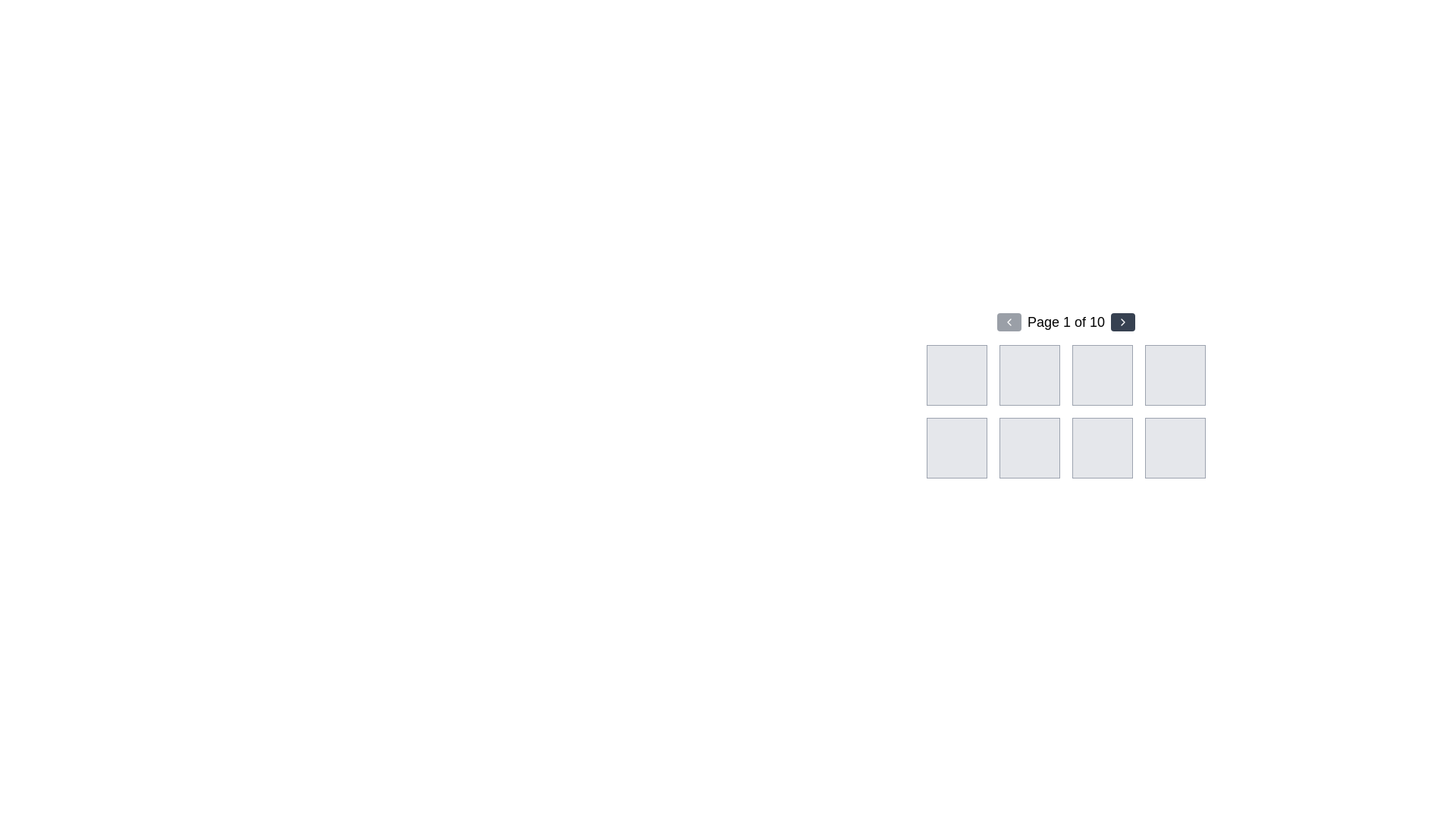 The image size is (1456, 819). What do you see at coordinates (956, 447) in the screenshot?
I see `the empty placeholder box located in the first column of the second row in a 4x2 grid layout` at bounding box center [956, 447].